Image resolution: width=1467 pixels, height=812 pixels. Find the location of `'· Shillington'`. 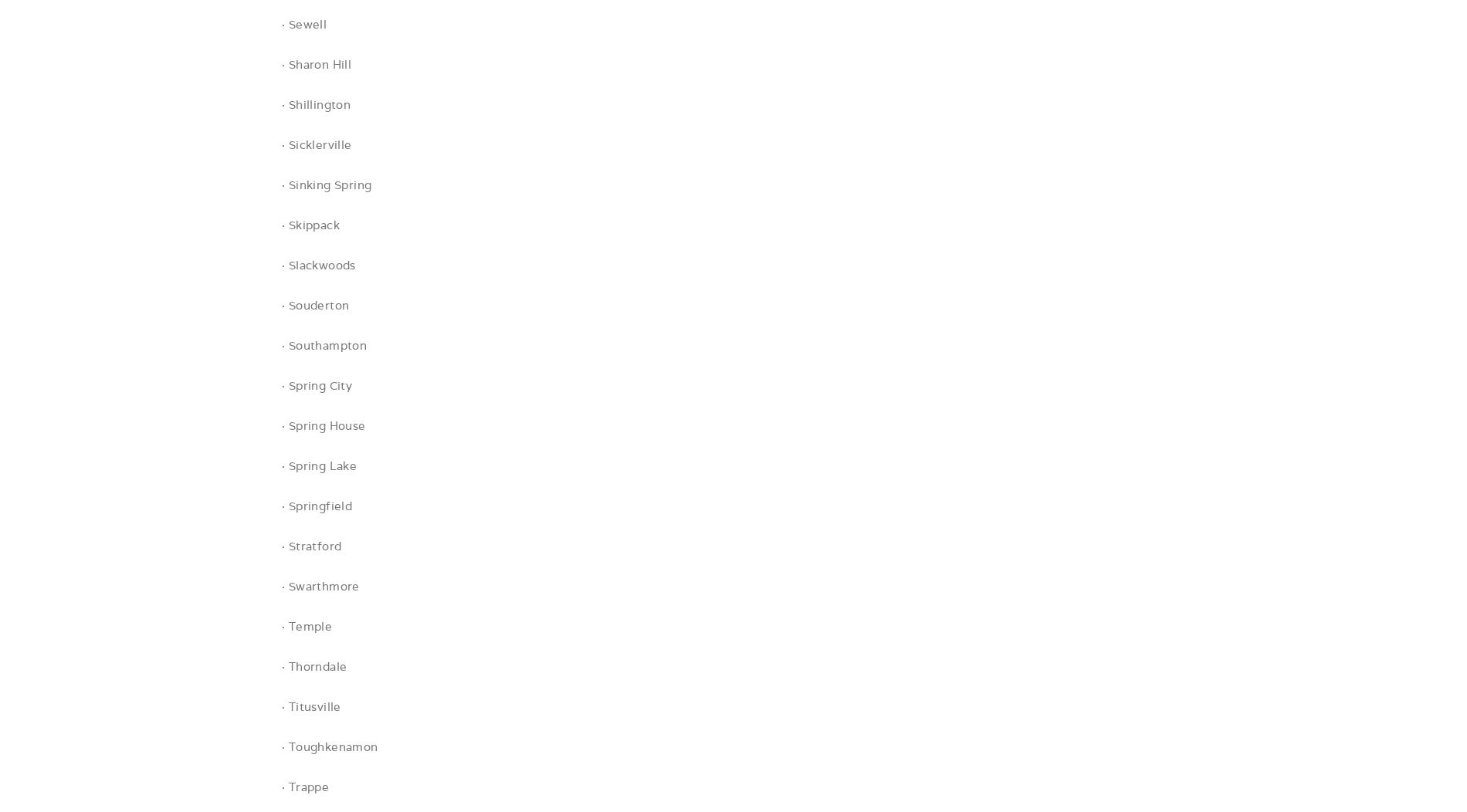

'· Shillington' is located at coordinates (315, 103).